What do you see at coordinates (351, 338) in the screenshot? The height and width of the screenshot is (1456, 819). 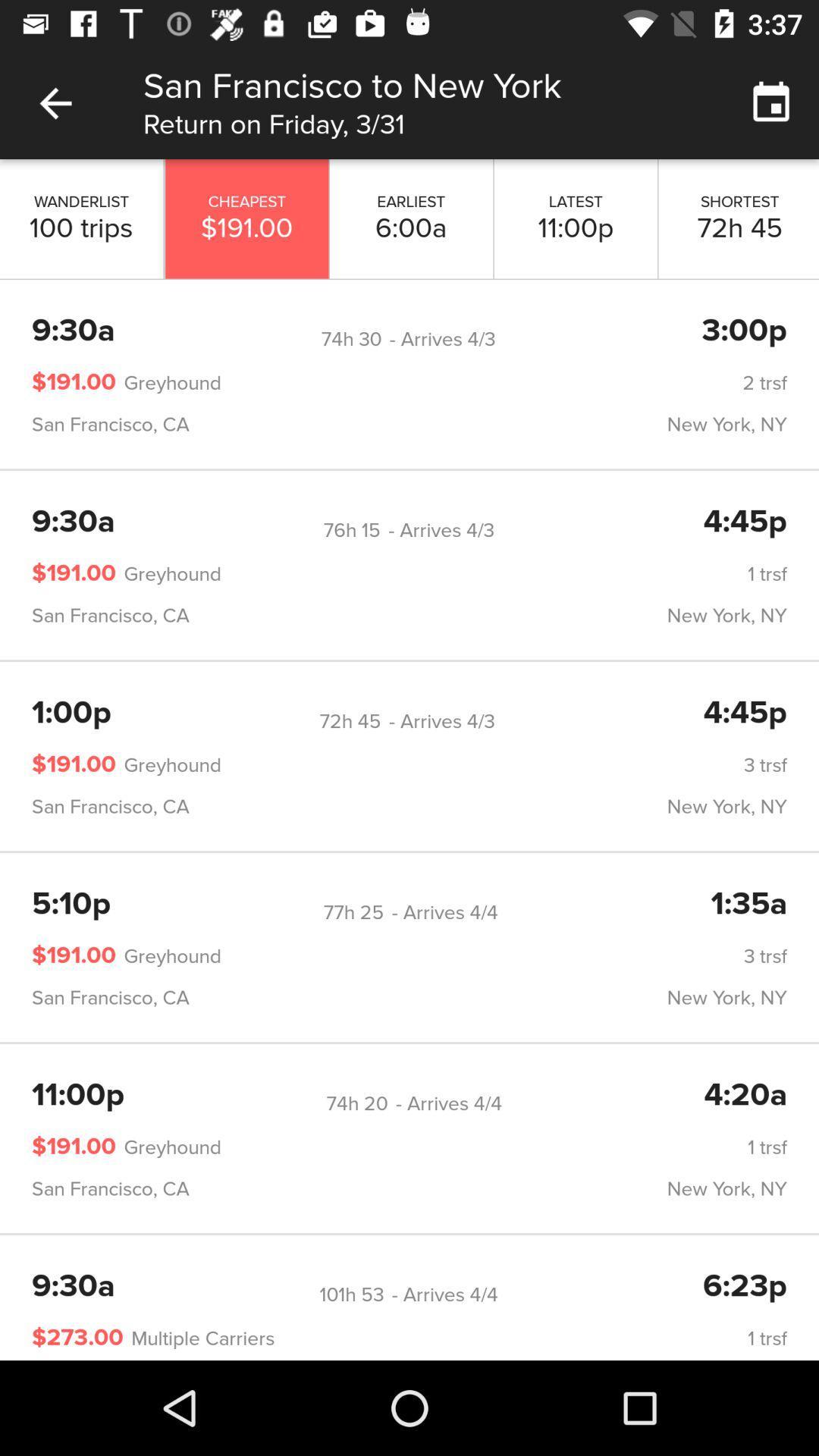 I see `icon to the right of 9:30a` at bounding box center [351, 338].